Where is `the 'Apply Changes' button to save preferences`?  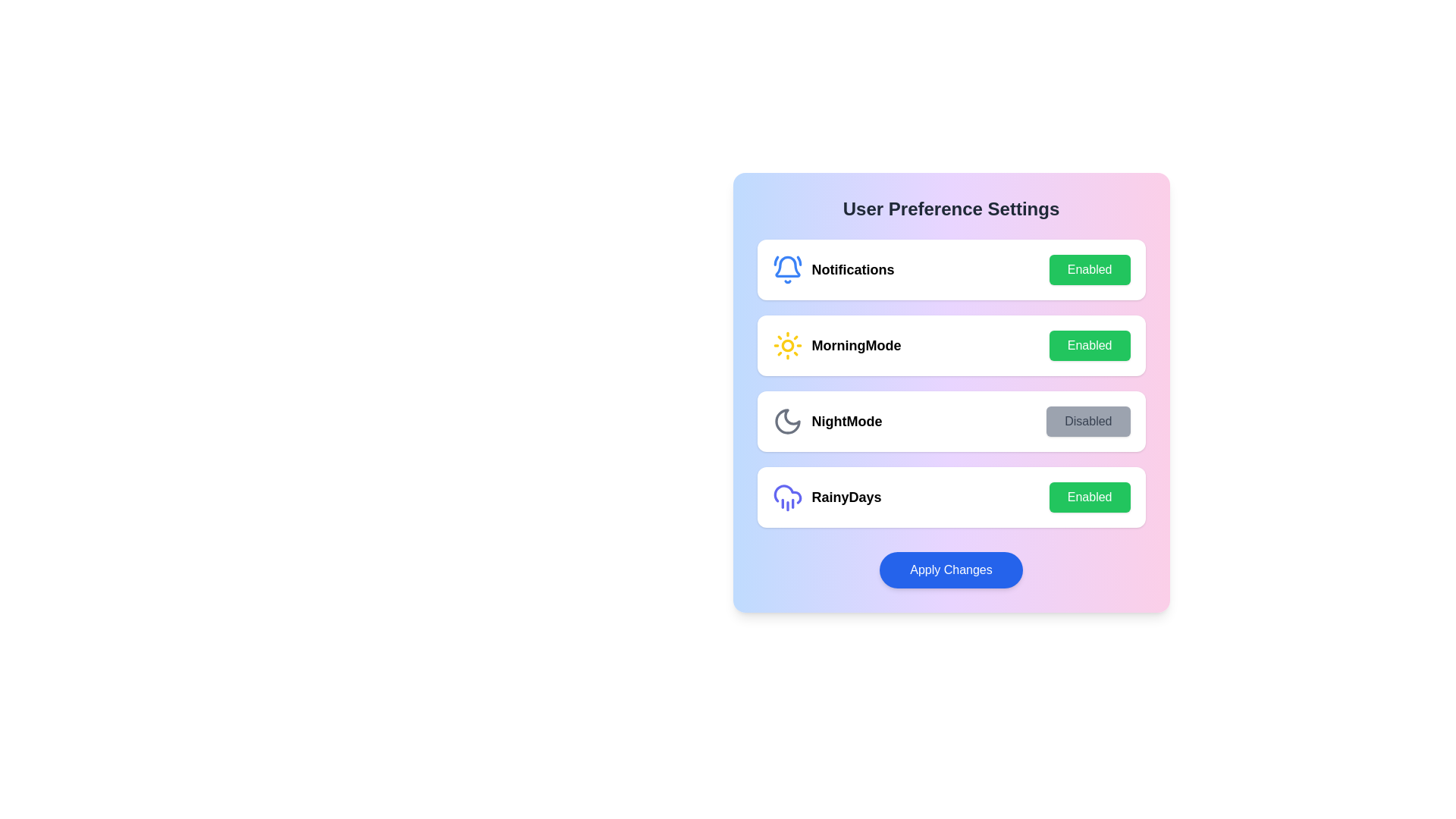 the 'Apply Changes' button to save preferences is located at coordinates (950, 570).